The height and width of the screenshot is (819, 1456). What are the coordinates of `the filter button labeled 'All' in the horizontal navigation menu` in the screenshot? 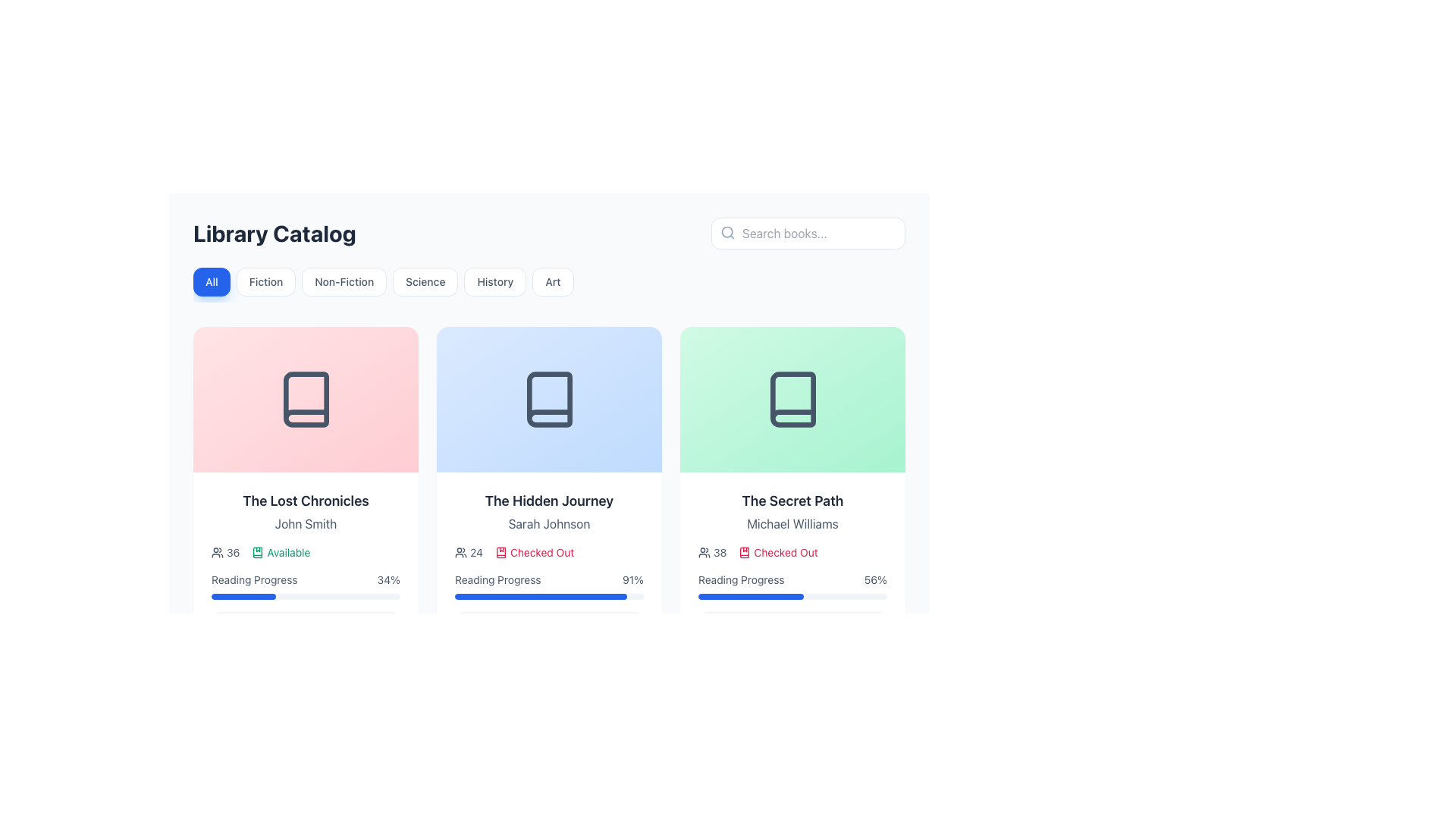 It's located at (211, 281).